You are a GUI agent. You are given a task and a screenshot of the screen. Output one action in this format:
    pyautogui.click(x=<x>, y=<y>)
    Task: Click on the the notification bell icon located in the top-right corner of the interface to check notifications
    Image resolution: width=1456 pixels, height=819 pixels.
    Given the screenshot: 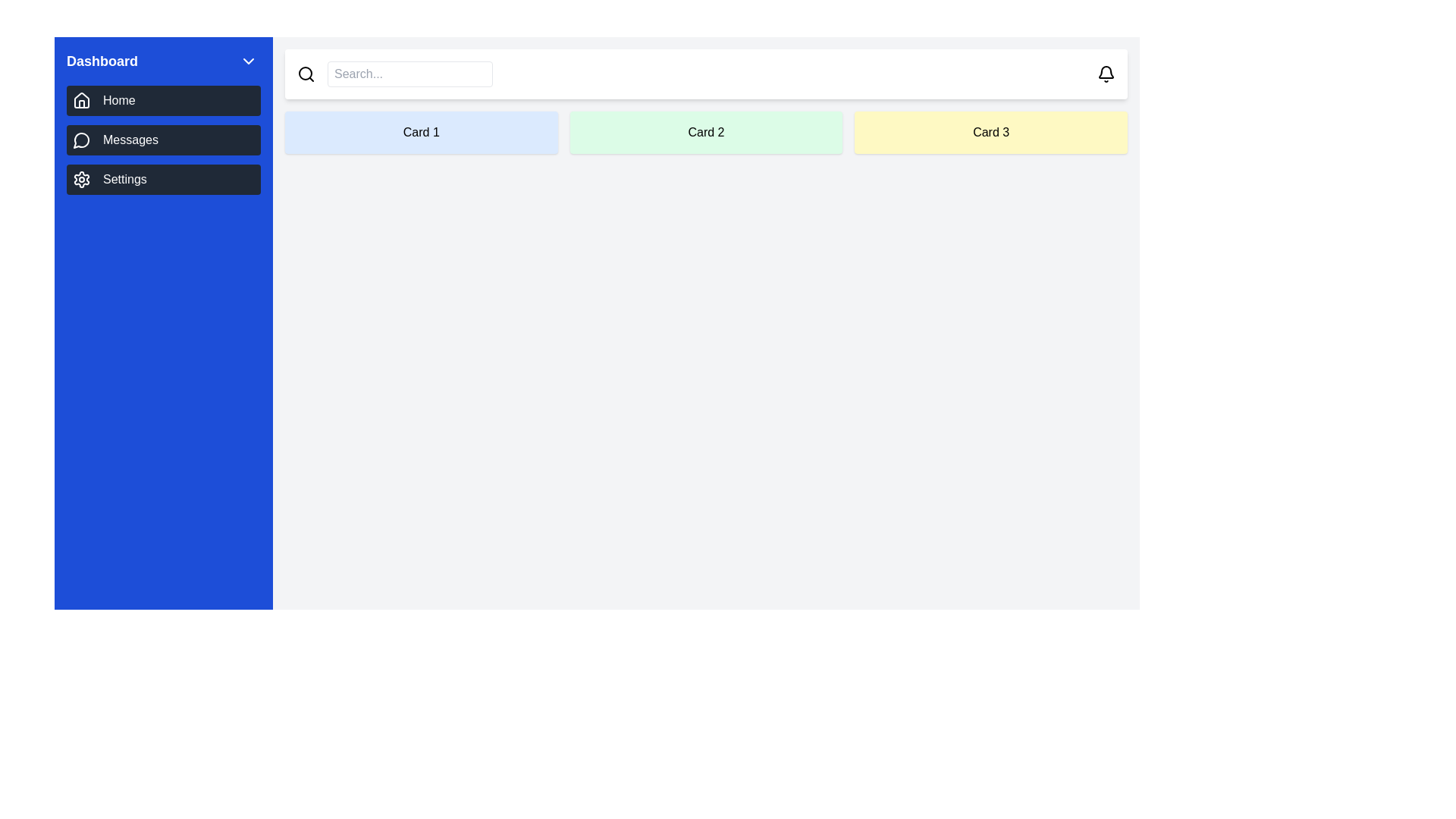 What is the action you would take?
    pyautogui.click(x=1106, y=74)
    